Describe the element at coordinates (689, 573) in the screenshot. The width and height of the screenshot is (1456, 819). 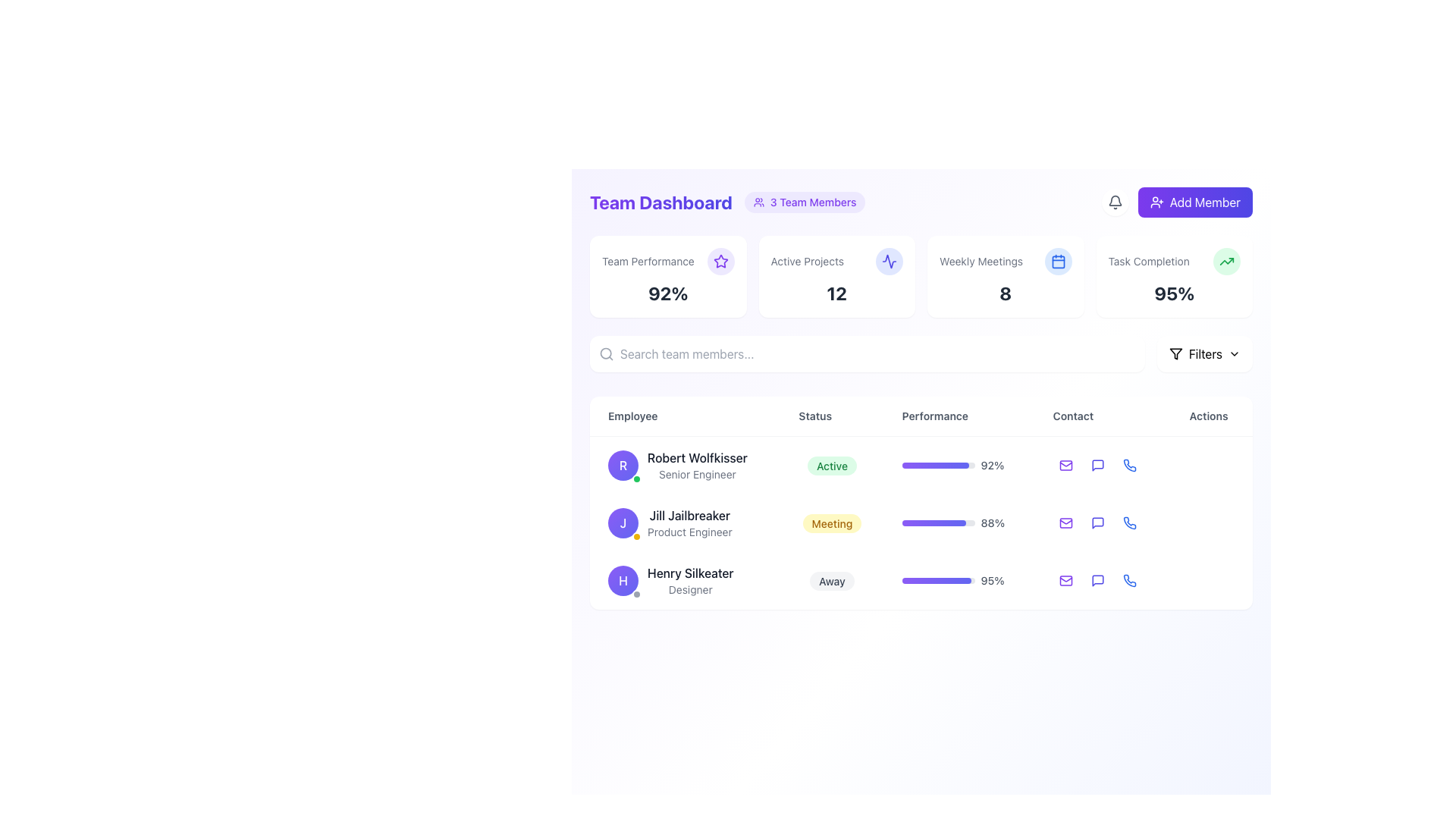
I see `the text display element containing the name 'Henry Silkeater' in the 'Employee' column` at that location.